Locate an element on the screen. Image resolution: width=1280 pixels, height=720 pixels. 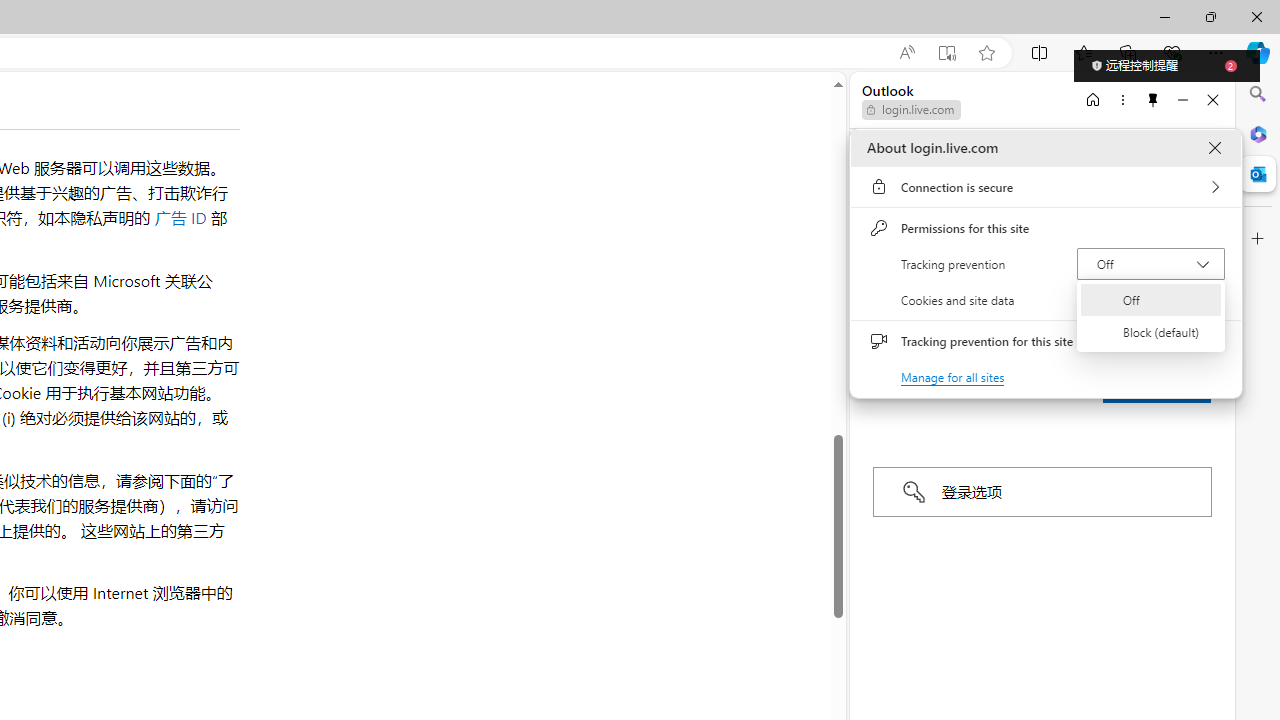
'Permissions for this site' is located at coordinates (1045, 227).